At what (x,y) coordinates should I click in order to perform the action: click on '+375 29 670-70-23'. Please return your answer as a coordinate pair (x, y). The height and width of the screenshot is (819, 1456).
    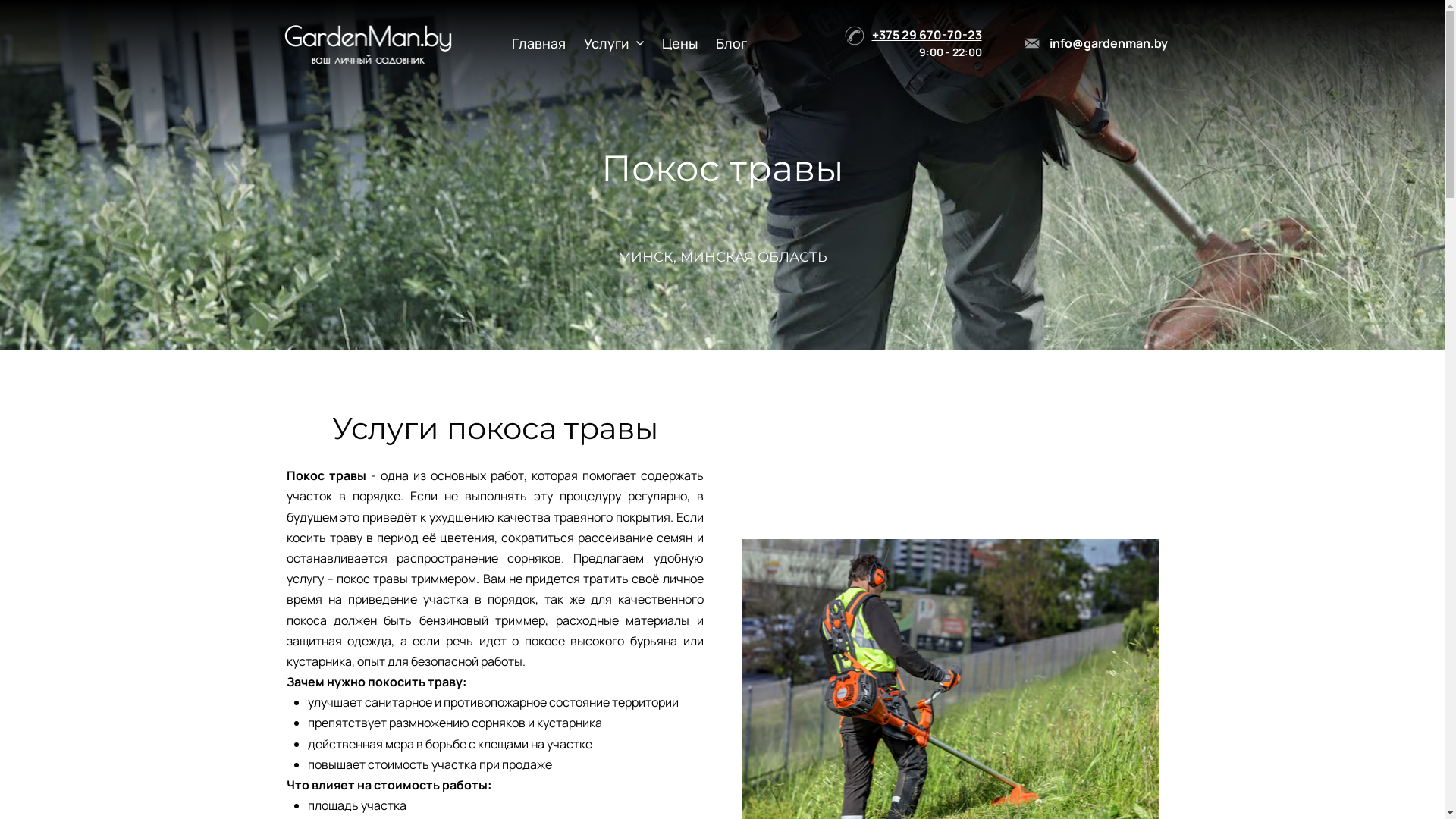
    Looking at the image, I should click on (926, 34).